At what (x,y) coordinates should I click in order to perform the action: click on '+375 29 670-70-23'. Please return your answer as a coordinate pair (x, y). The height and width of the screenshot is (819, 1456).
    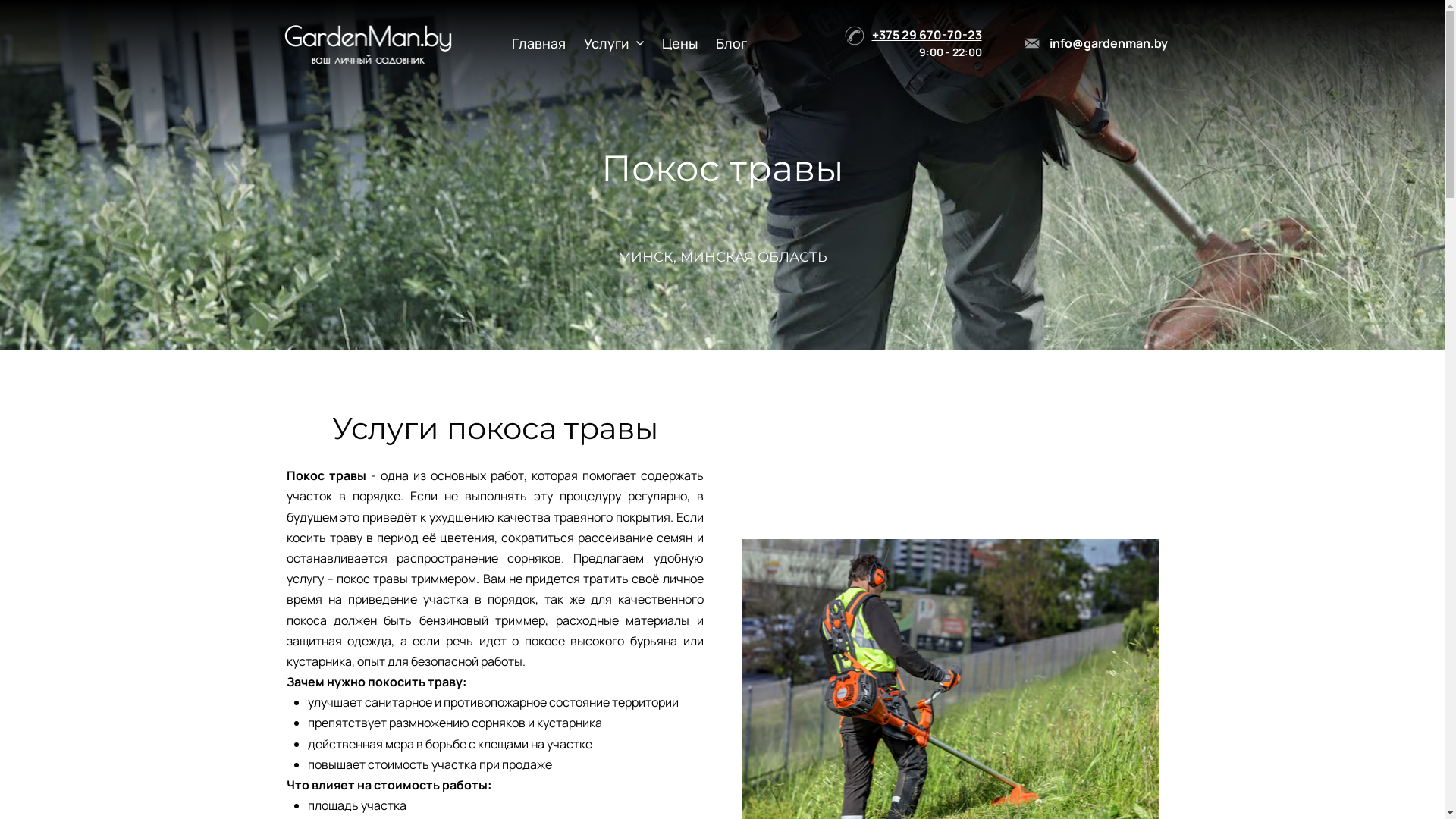
    Looking at the image, I should click on (926, 34).